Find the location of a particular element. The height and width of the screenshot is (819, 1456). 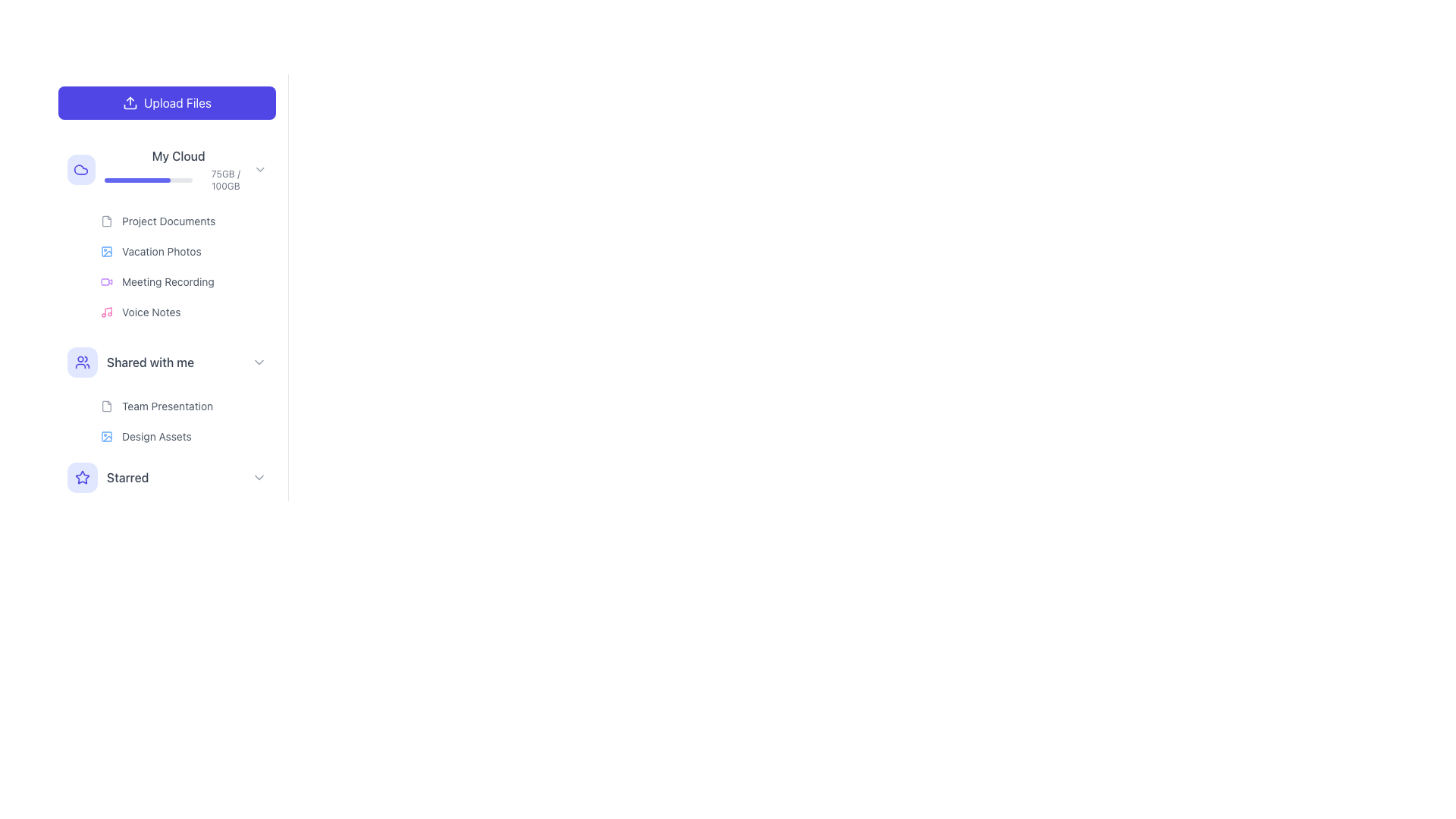

the button with an icon located to the left of the 'Shared with me' text in the vertical navigation menu is located at coordinates (82, 362).